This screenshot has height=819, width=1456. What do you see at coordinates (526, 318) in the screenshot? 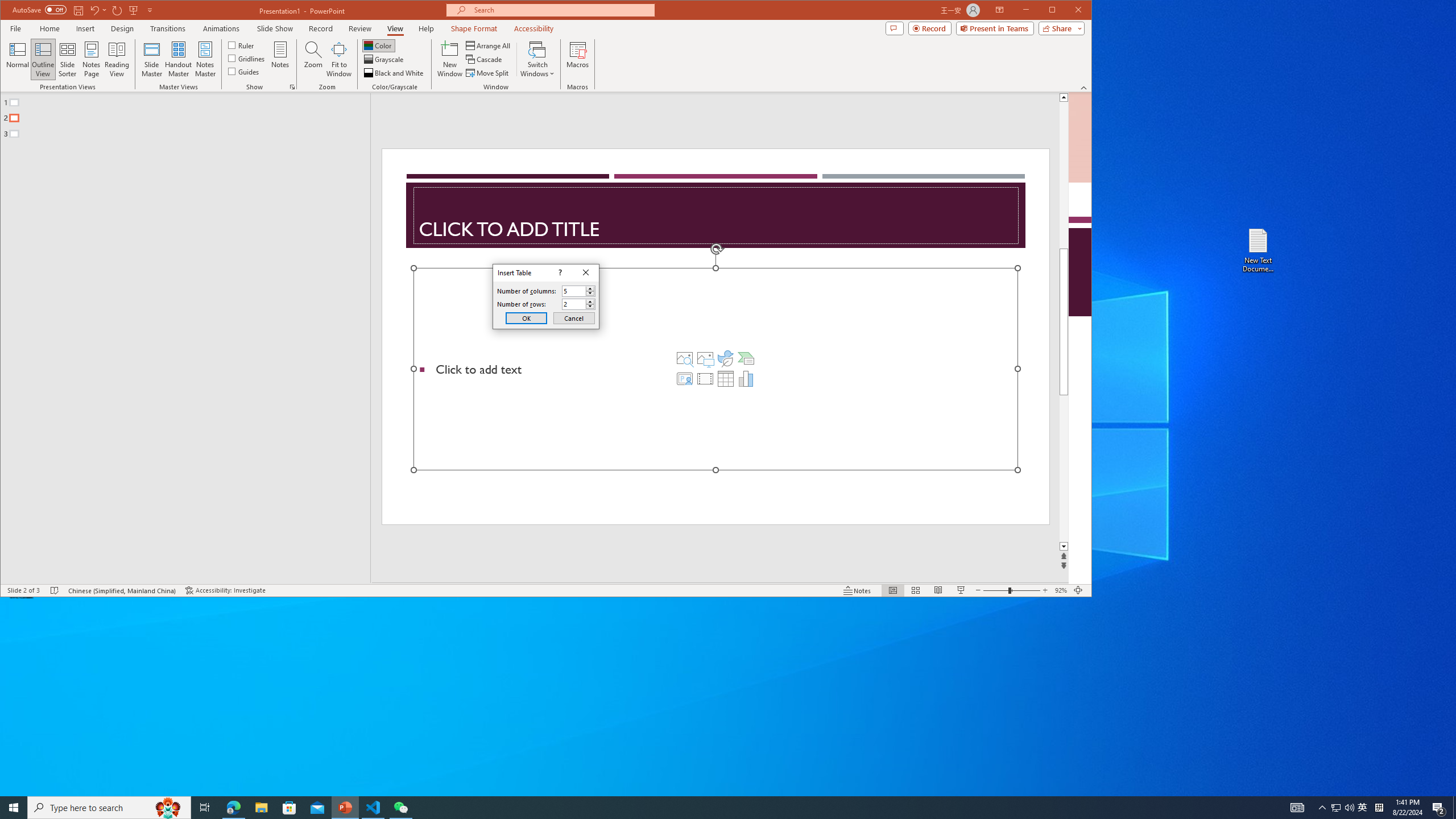
I see `'OK'` at bounding box center [526, 318].